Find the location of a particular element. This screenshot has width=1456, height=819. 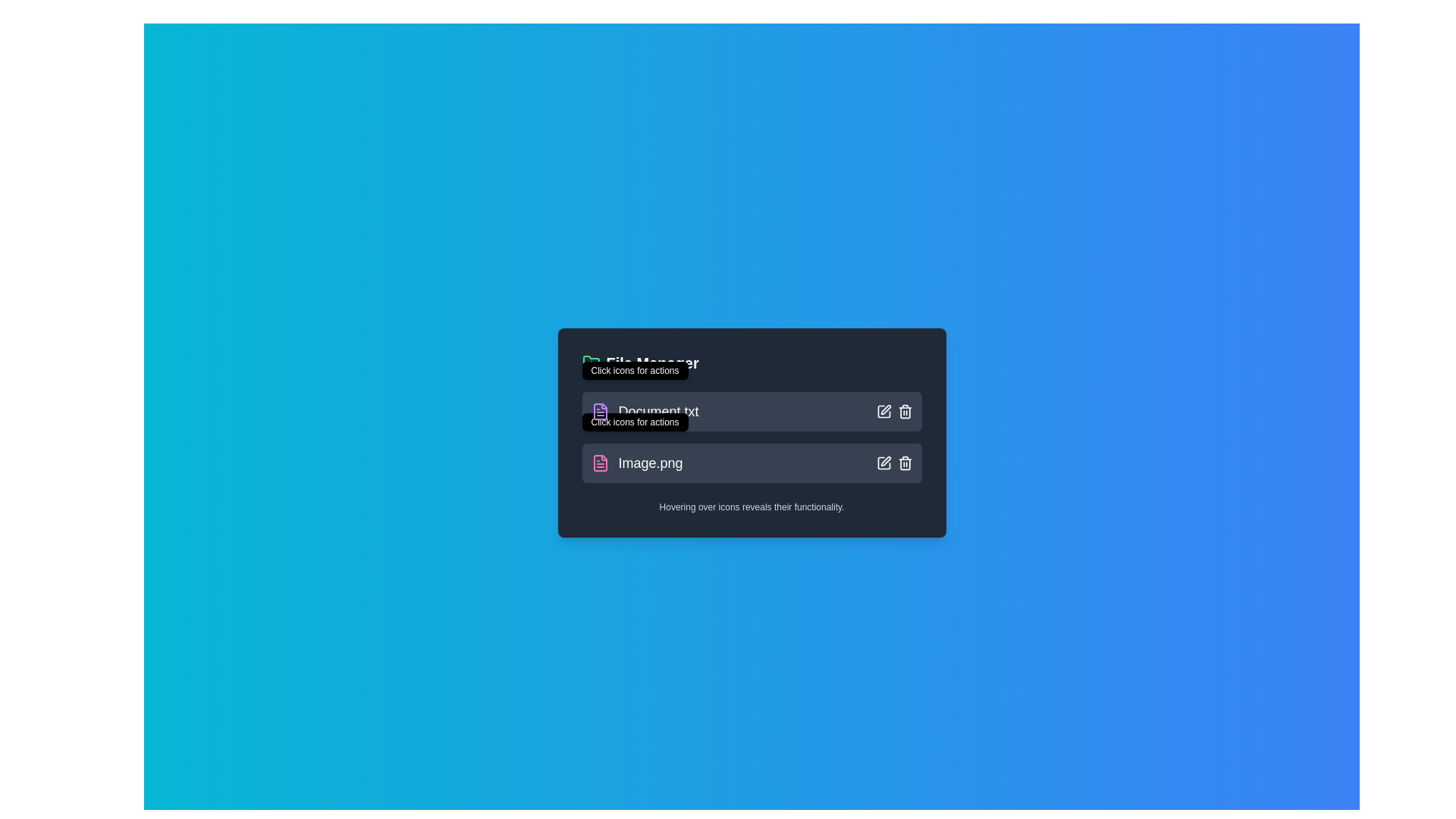

the pencil icon located at the right end of the 'Image.png' row to initiate the edit functionality is located at coordinates (894, 462).